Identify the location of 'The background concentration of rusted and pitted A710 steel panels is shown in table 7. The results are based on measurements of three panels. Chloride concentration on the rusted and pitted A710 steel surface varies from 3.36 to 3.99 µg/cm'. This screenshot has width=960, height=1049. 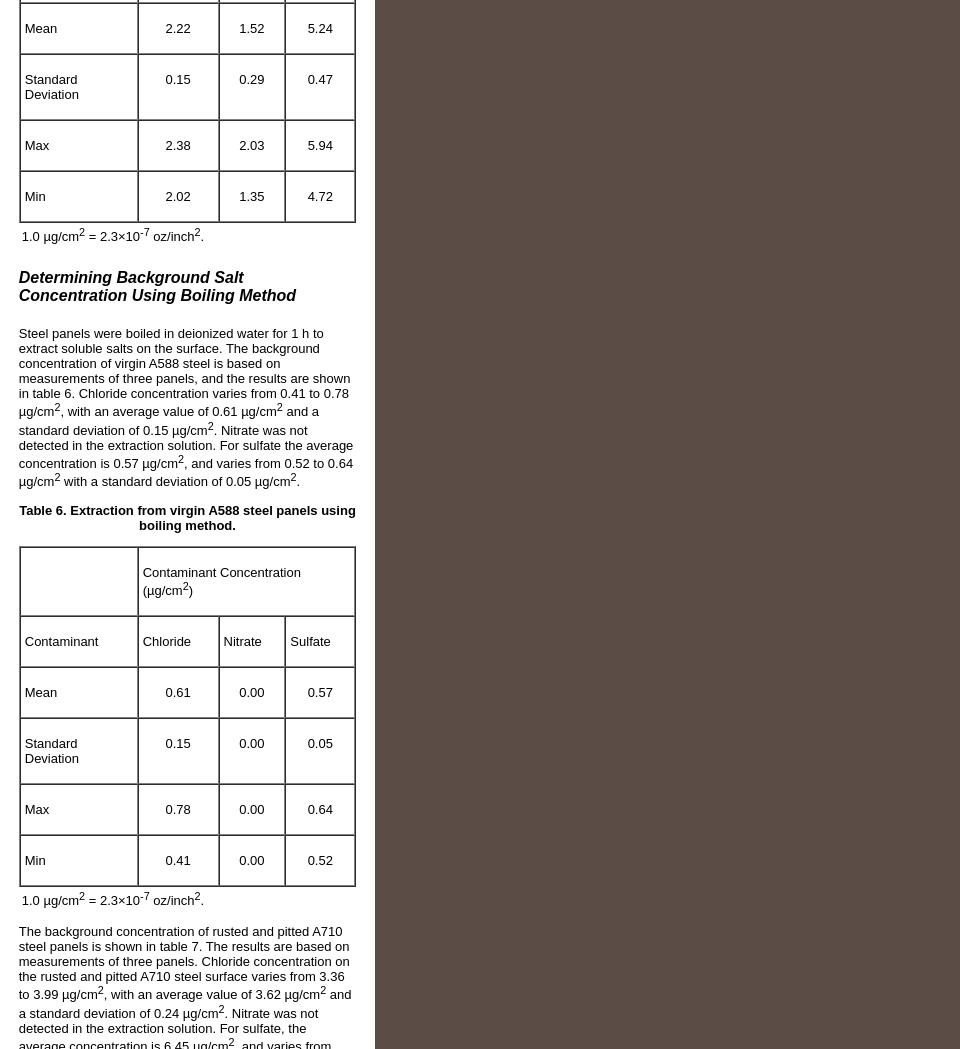
(183, 962).